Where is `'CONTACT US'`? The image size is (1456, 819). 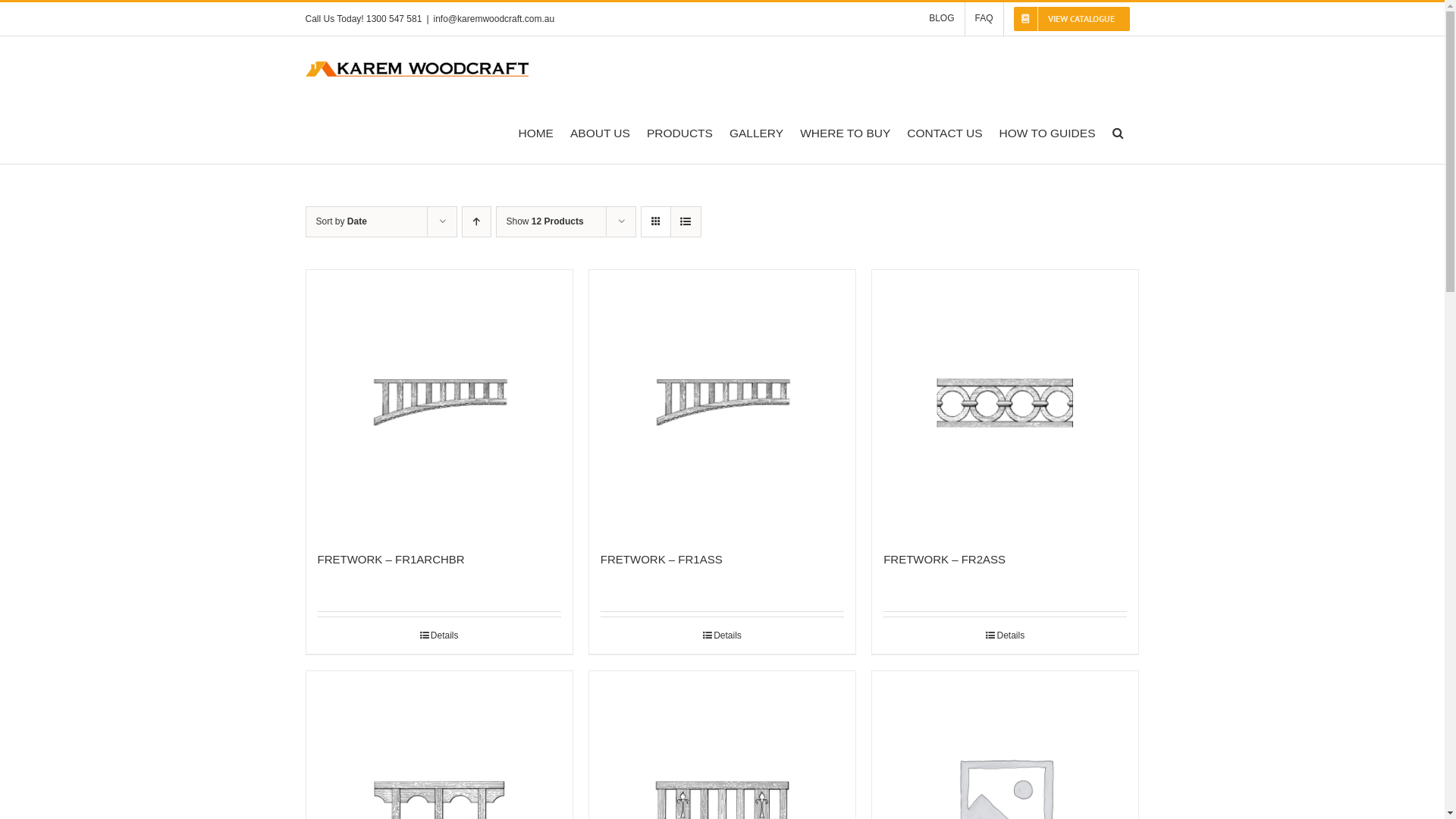 'CONTACT US' is located at coordinates (943, 130).